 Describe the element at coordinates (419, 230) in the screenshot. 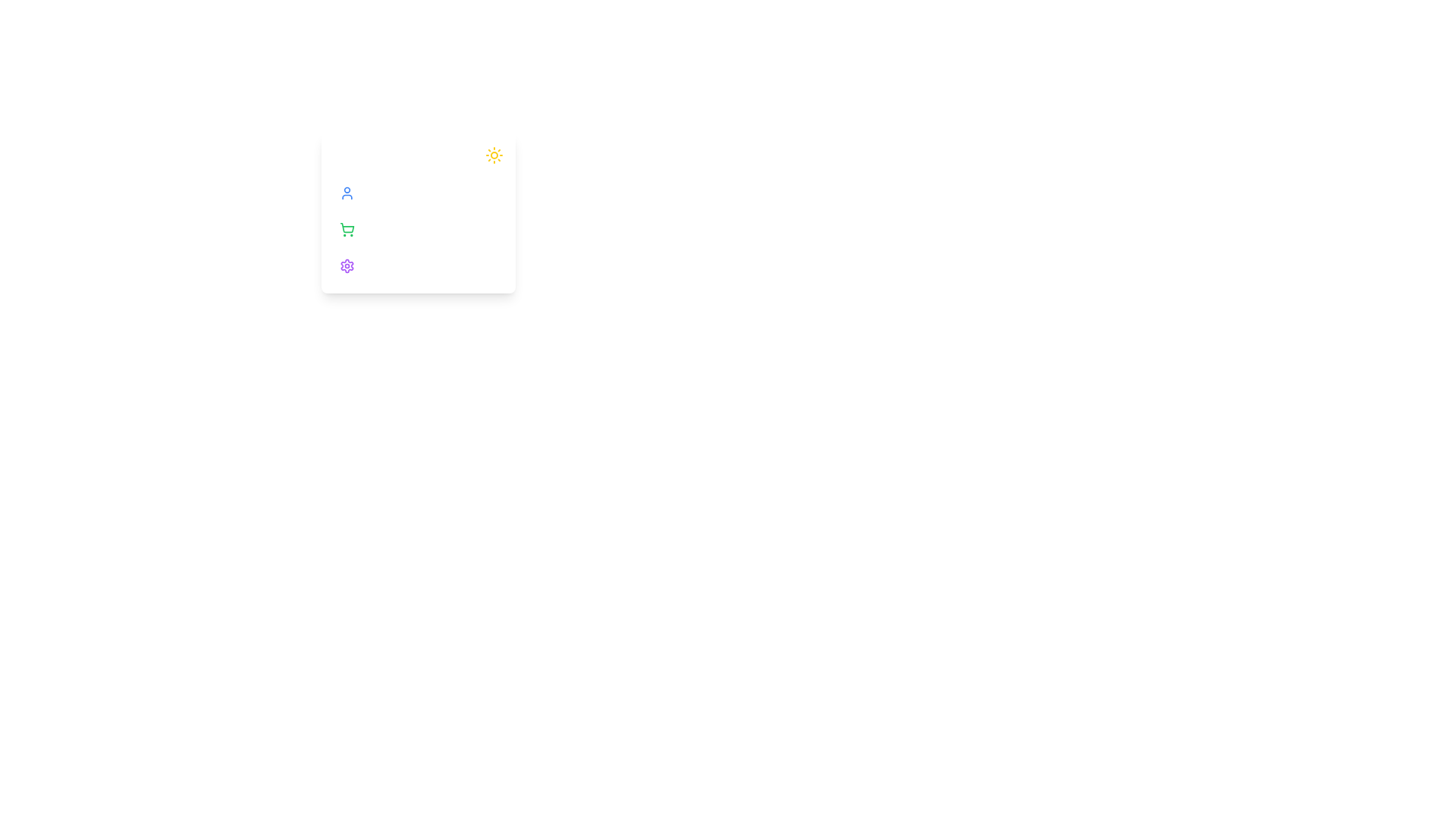

I see `the option Cart in the sidebar to view its hover effect` at that location.